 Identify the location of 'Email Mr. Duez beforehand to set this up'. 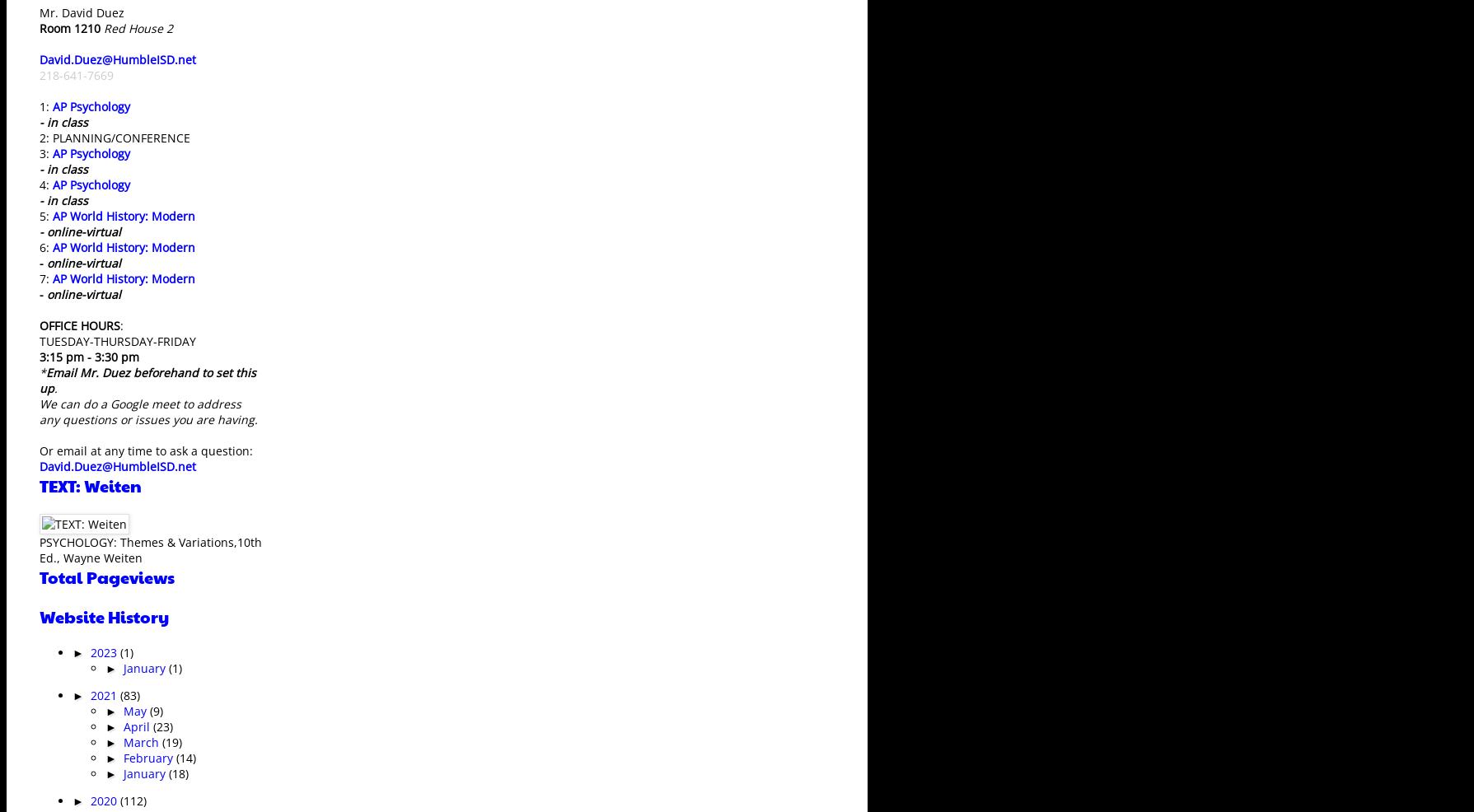
(147, 379).